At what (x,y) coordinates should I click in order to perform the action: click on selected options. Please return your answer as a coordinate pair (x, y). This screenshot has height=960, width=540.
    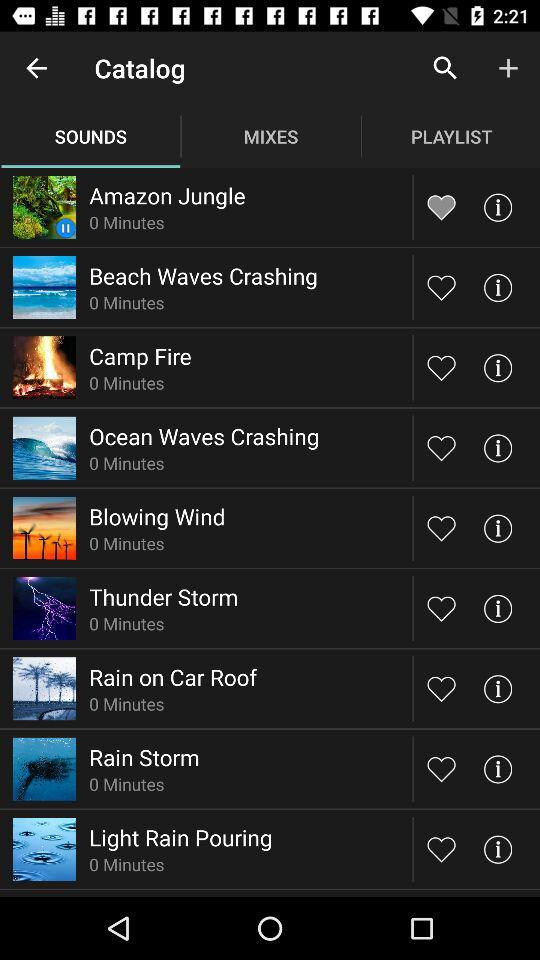
    Looking at the image, I should click on (441, 767).